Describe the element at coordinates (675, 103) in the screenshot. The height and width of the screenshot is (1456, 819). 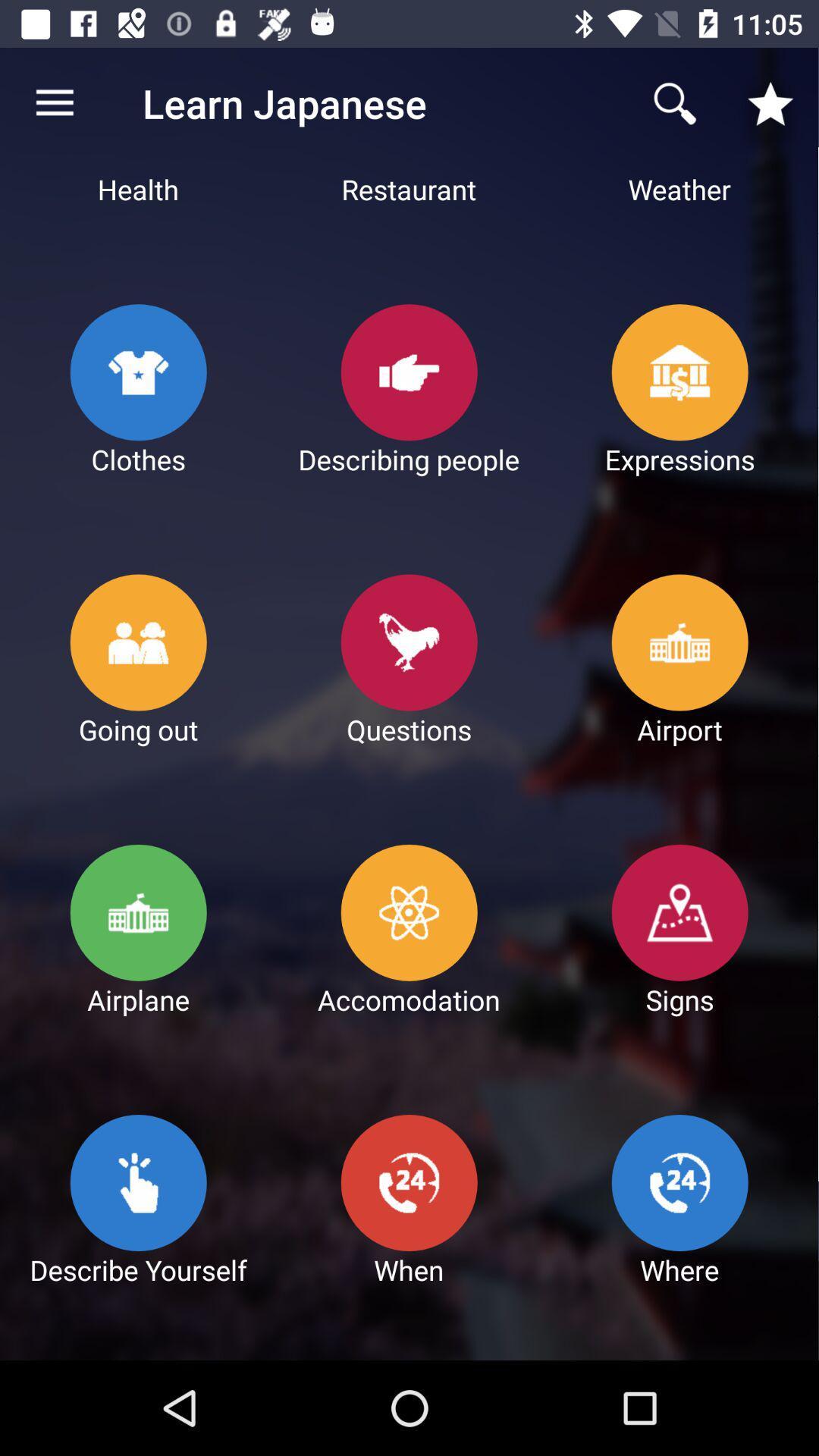
I see `search button` at that location.